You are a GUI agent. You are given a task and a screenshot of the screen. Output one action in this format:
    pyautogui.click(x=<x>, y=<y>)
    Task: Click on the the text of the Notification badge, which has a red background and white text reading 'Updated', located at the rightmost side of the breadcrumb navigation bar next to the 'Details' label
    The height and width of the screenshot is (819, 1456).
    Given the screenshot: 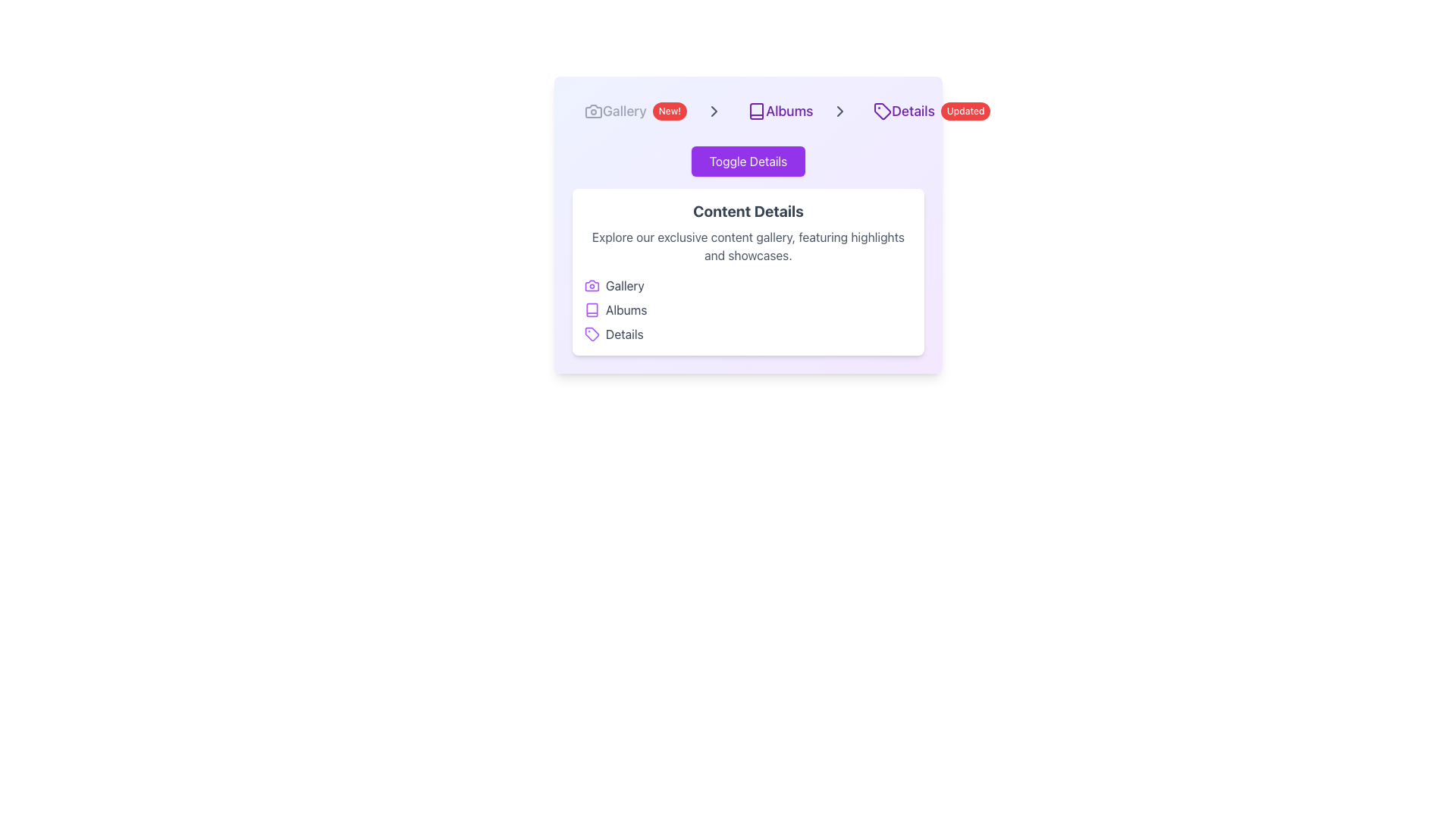 What is the action you would take?
    pyautogui.click(x=965, y=110)
    